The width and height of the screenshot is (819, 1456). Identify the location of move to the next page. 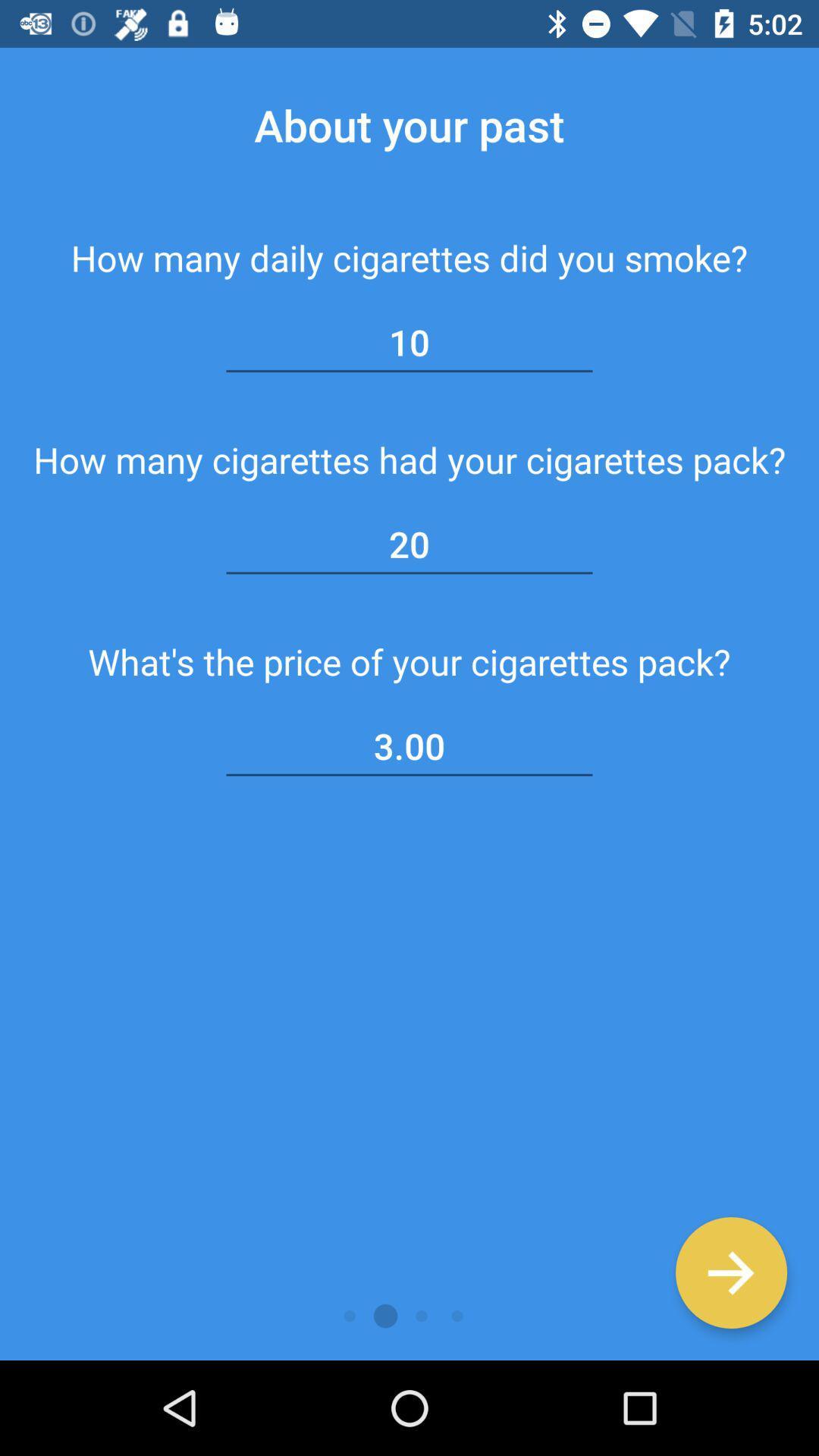
(730, 1272).